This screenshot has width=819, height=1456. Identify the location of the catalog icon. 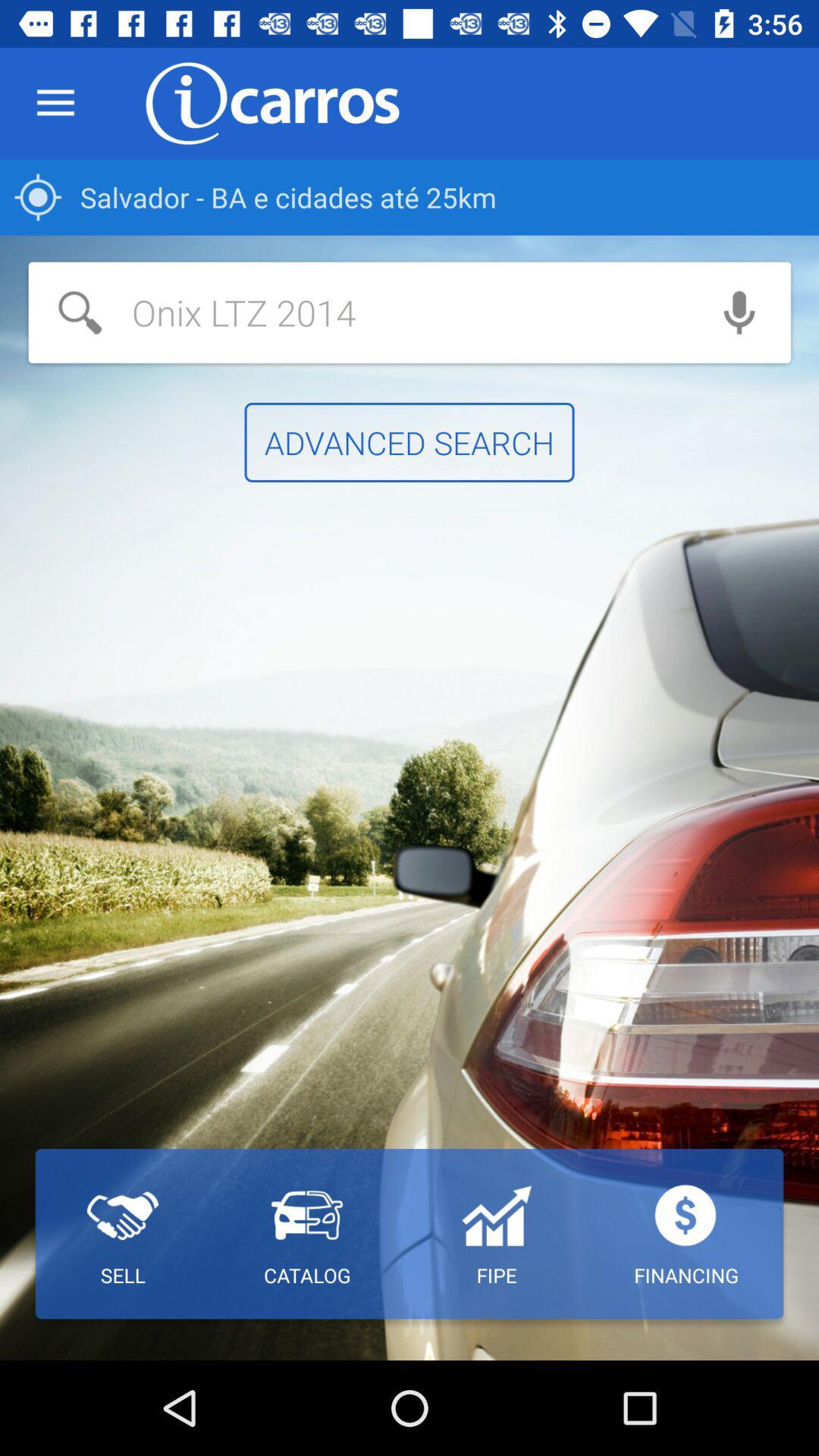
(307, 1234).